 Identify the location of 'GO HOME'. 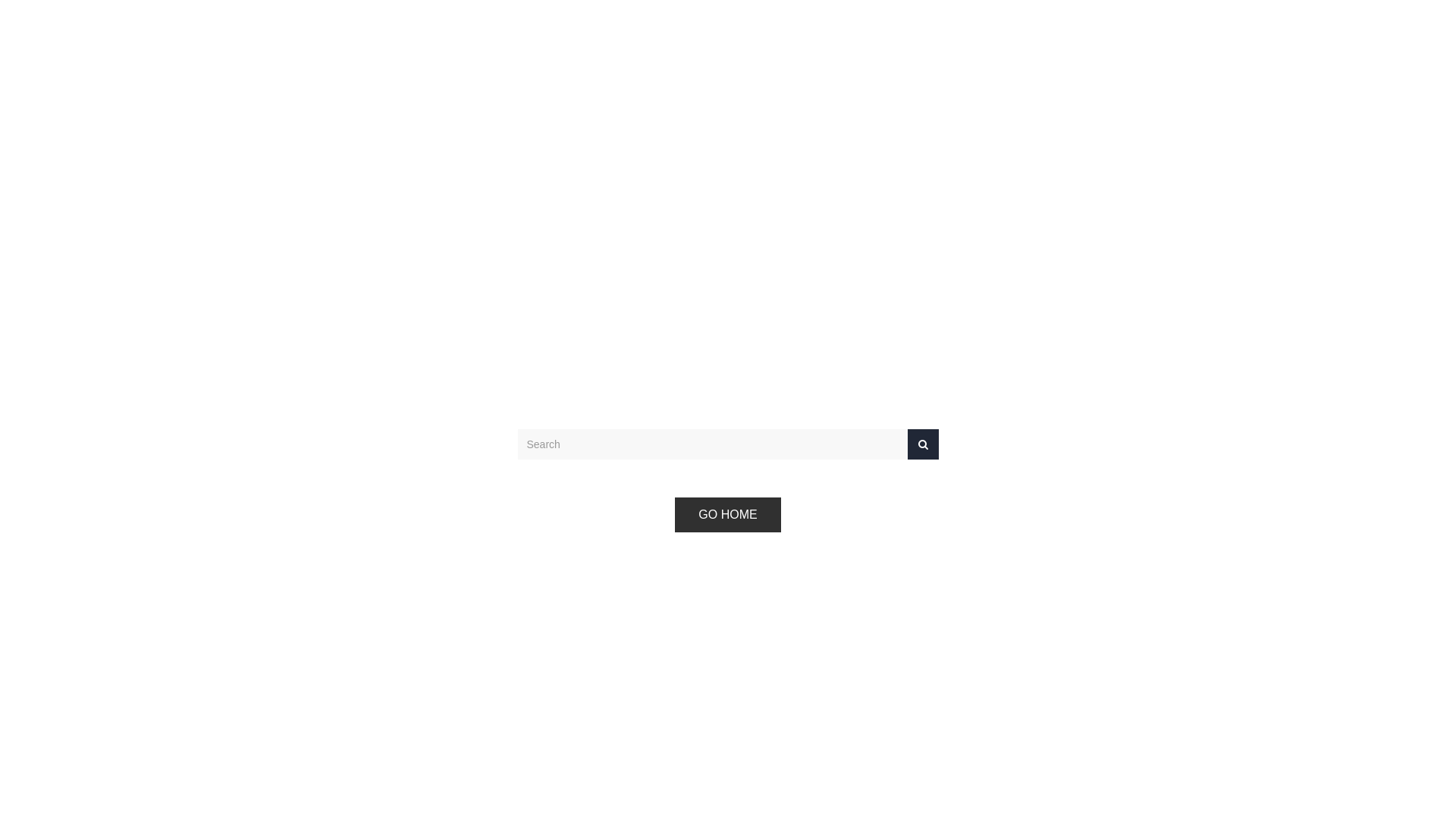
(673, 513).